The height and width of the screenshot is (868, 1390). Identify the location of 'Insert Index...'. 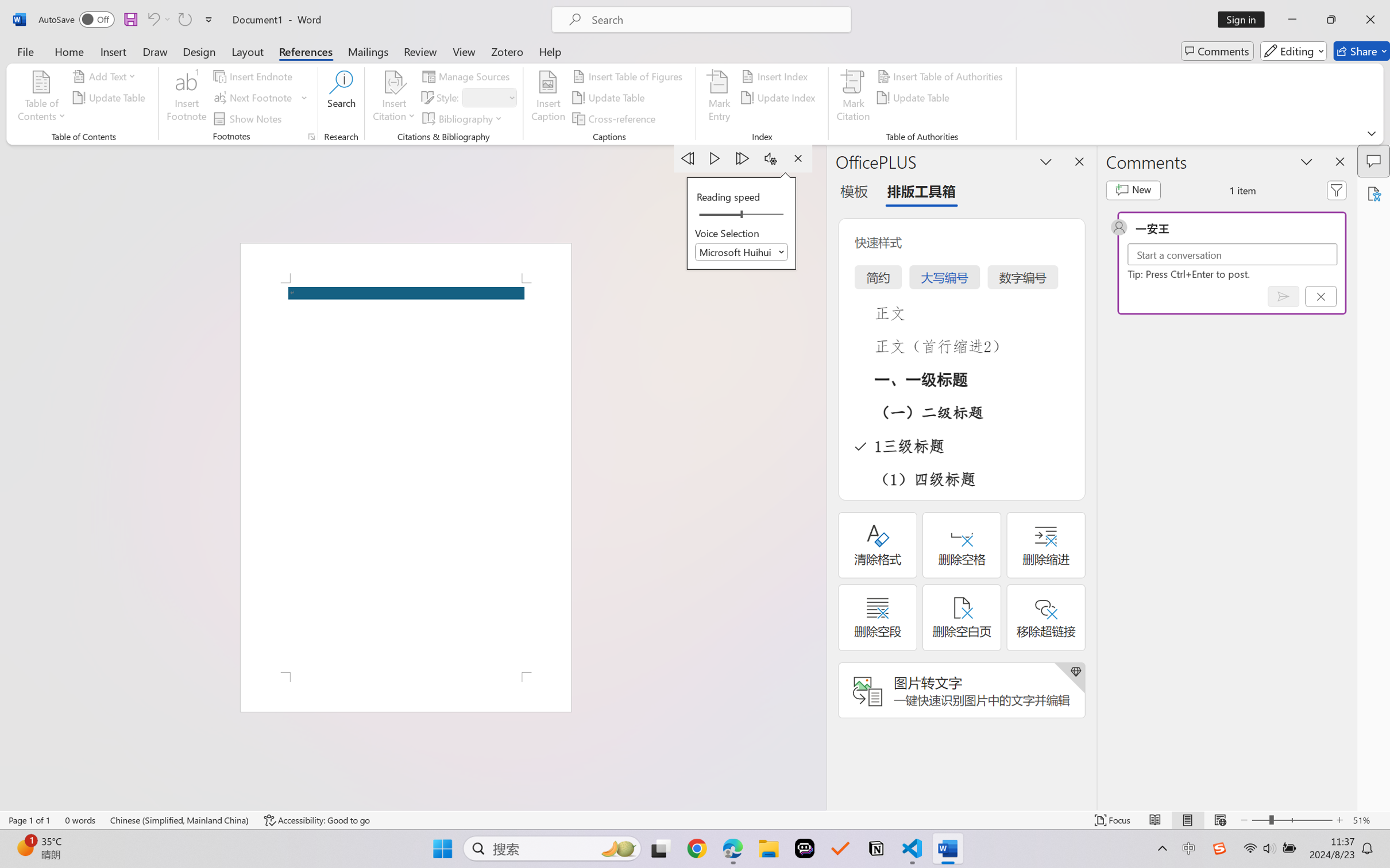
(775, 75).